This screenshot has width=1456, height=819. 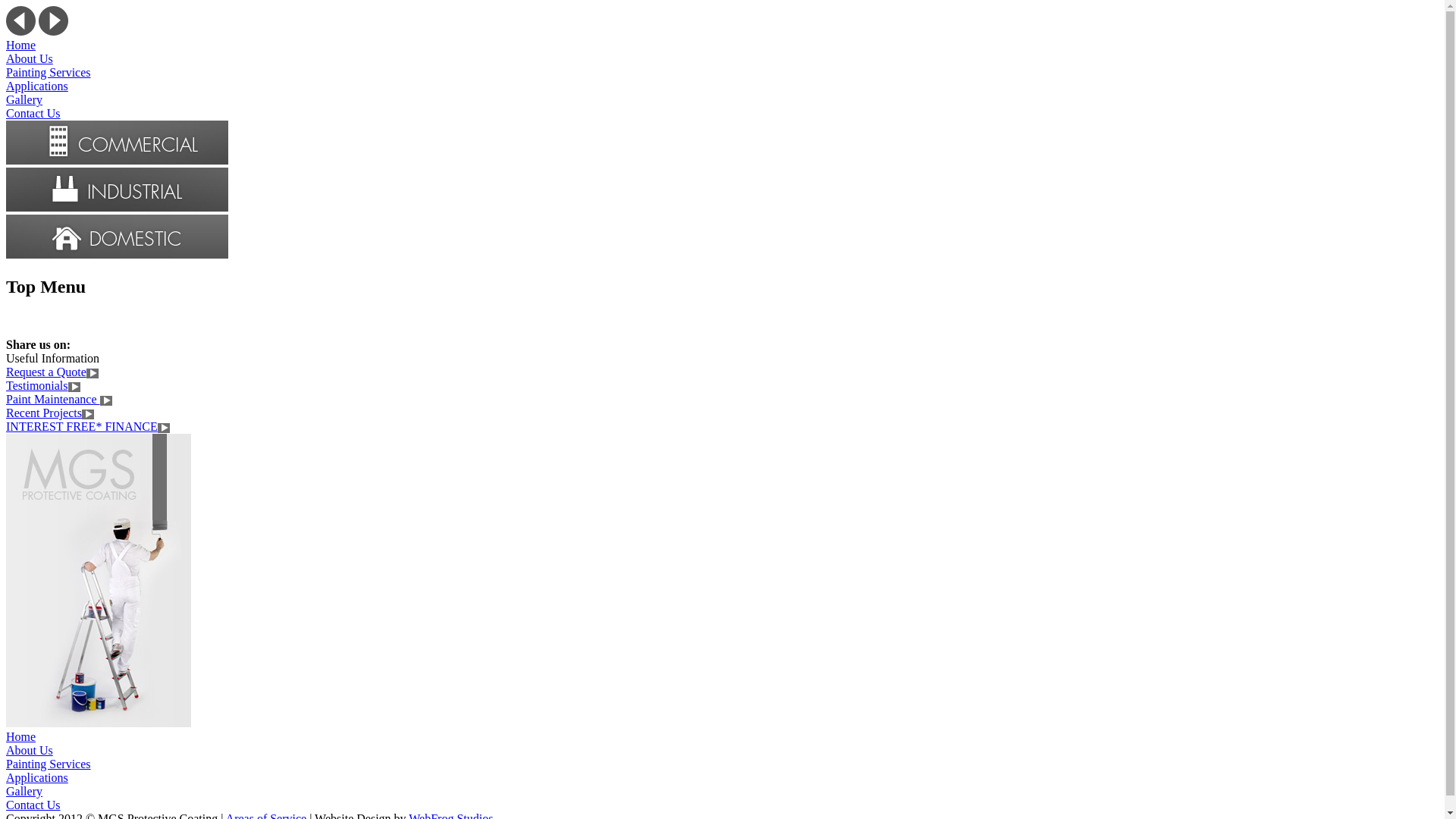 I want to click on 'Gallery', so click(x=24, y=790).